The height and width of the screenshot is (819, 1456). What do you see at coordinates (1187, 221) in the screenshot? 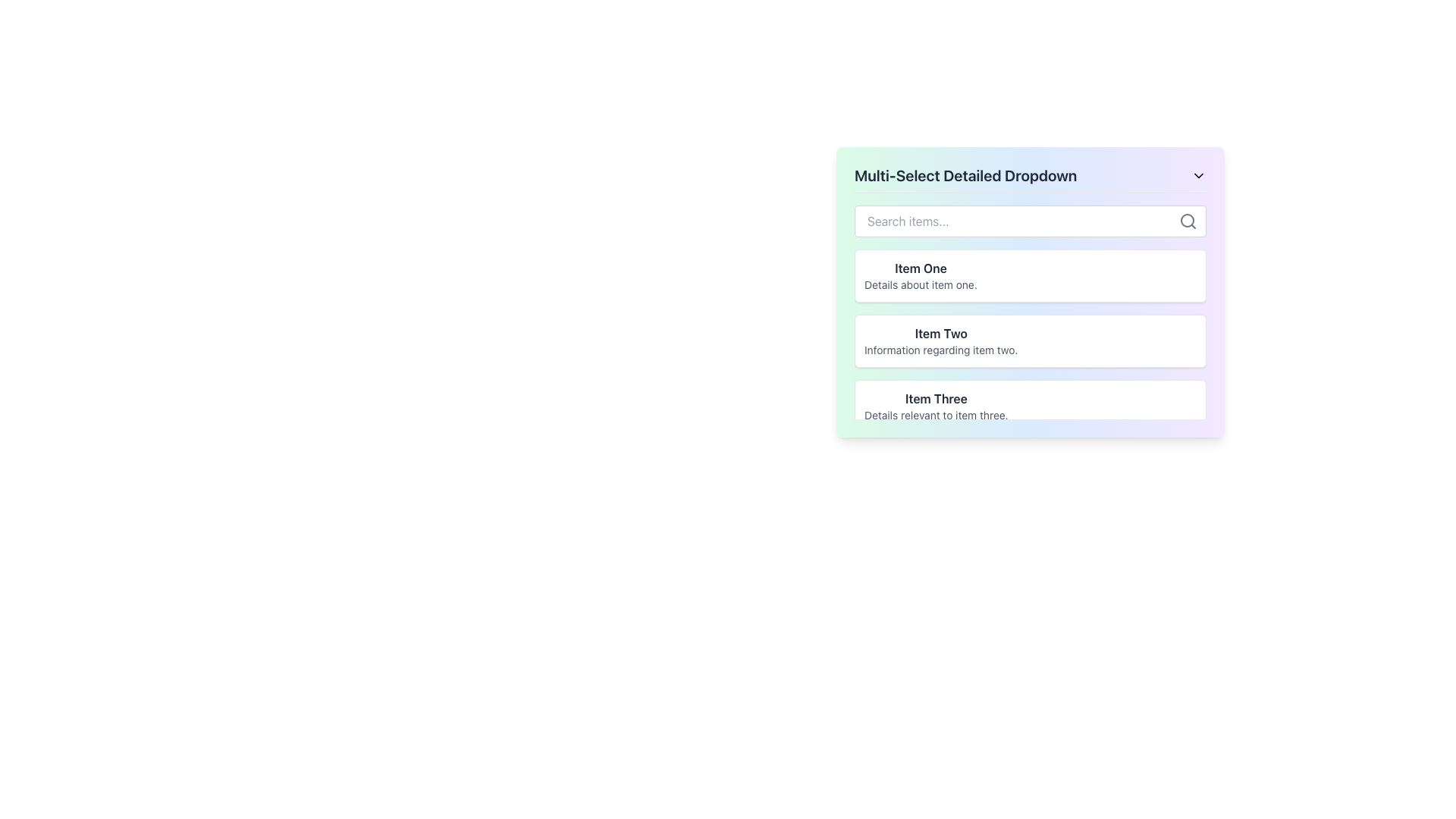
I see `the magnifying glass icon located inside the search input component` at bounding box center [1187, 221].